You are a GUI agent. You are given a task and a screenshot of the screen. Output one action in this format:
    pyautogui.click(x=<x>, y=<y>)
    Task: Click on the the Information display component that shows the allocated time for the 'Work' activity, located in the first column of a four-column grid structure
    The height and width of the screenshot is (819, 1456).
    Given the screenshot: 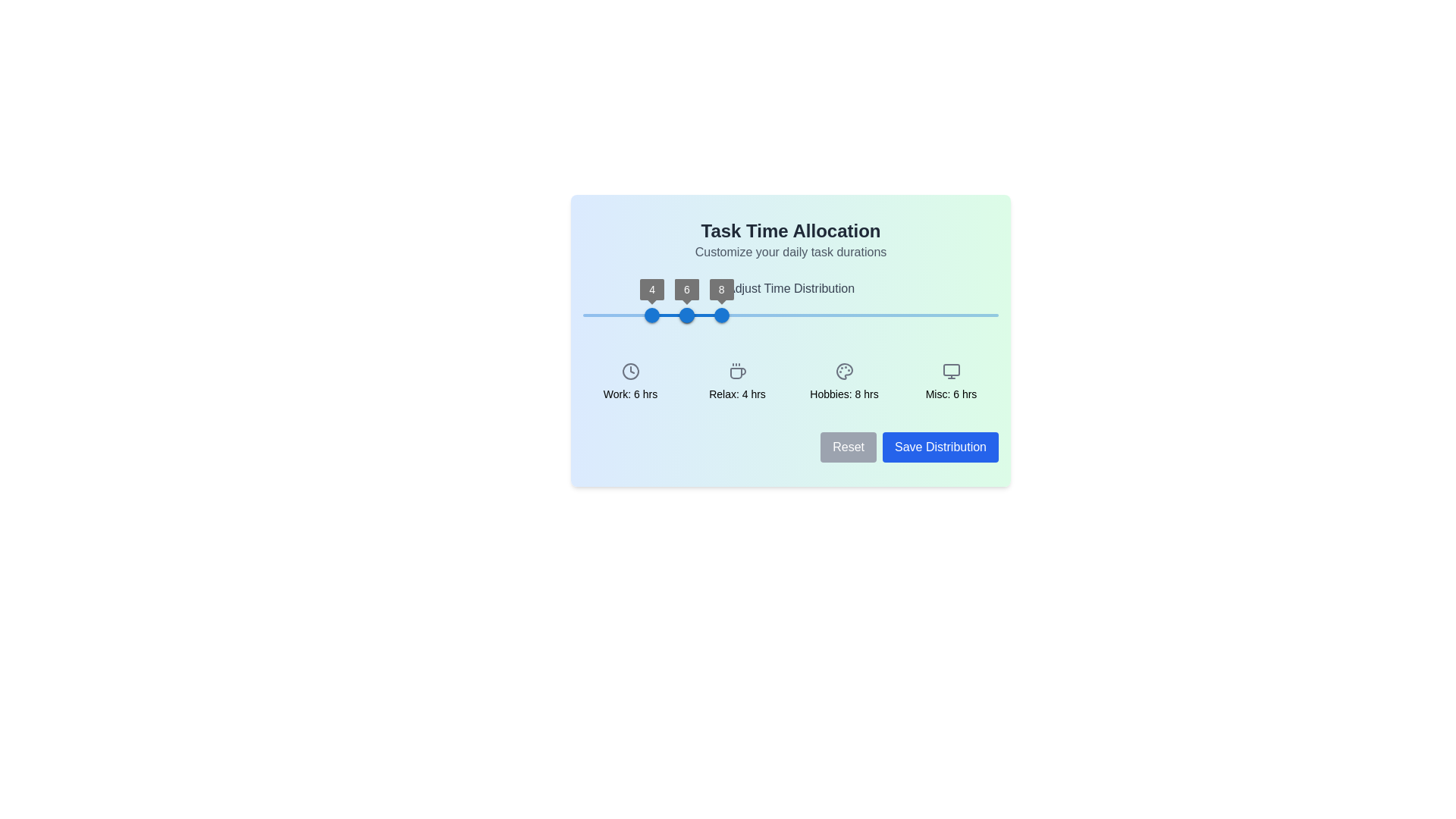 What is the action you would take?
    pyautogui.click(x=630, y=381)
    